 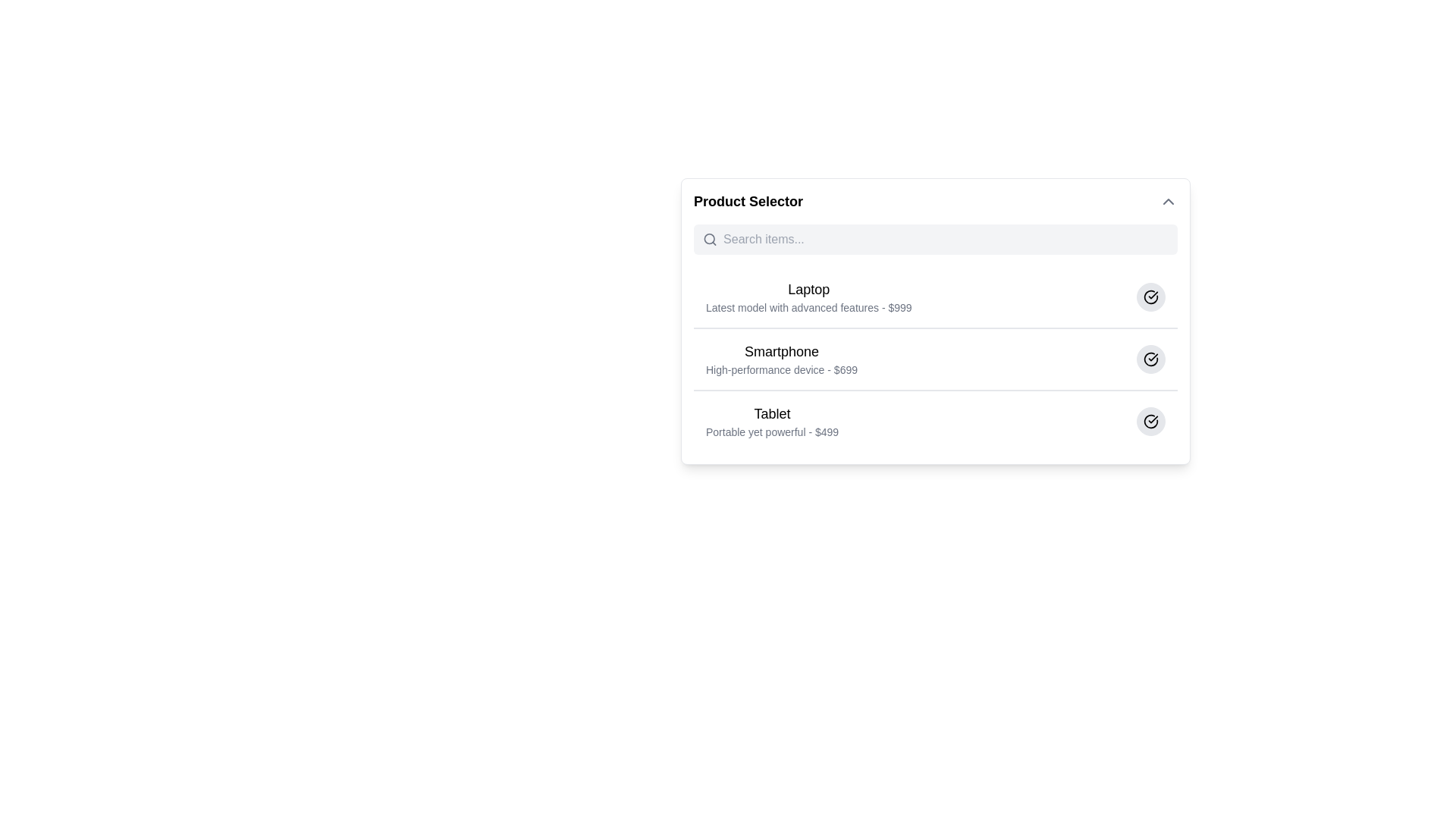 What do you see at coordinates (1150, 297) in the screenshot?
I see `the circular checkmark icon located at the top-right corner of the card-like panel, which is visually aligned with the 'Laptop' item in the list` at bounding box center [1150, 297].